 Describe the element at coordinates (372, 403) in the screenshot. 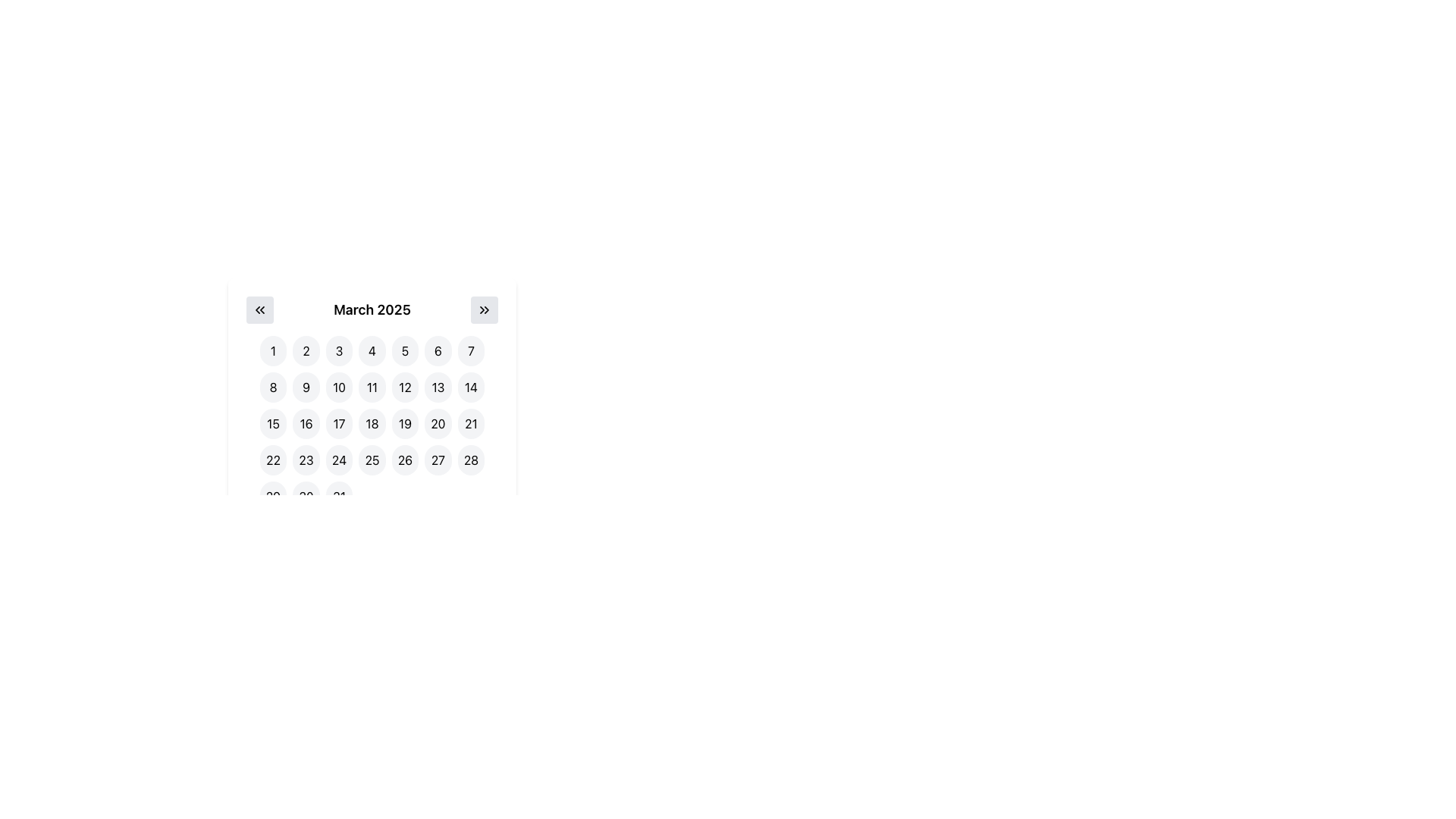

I see `the day button in the March 2025 calendar` at that location.